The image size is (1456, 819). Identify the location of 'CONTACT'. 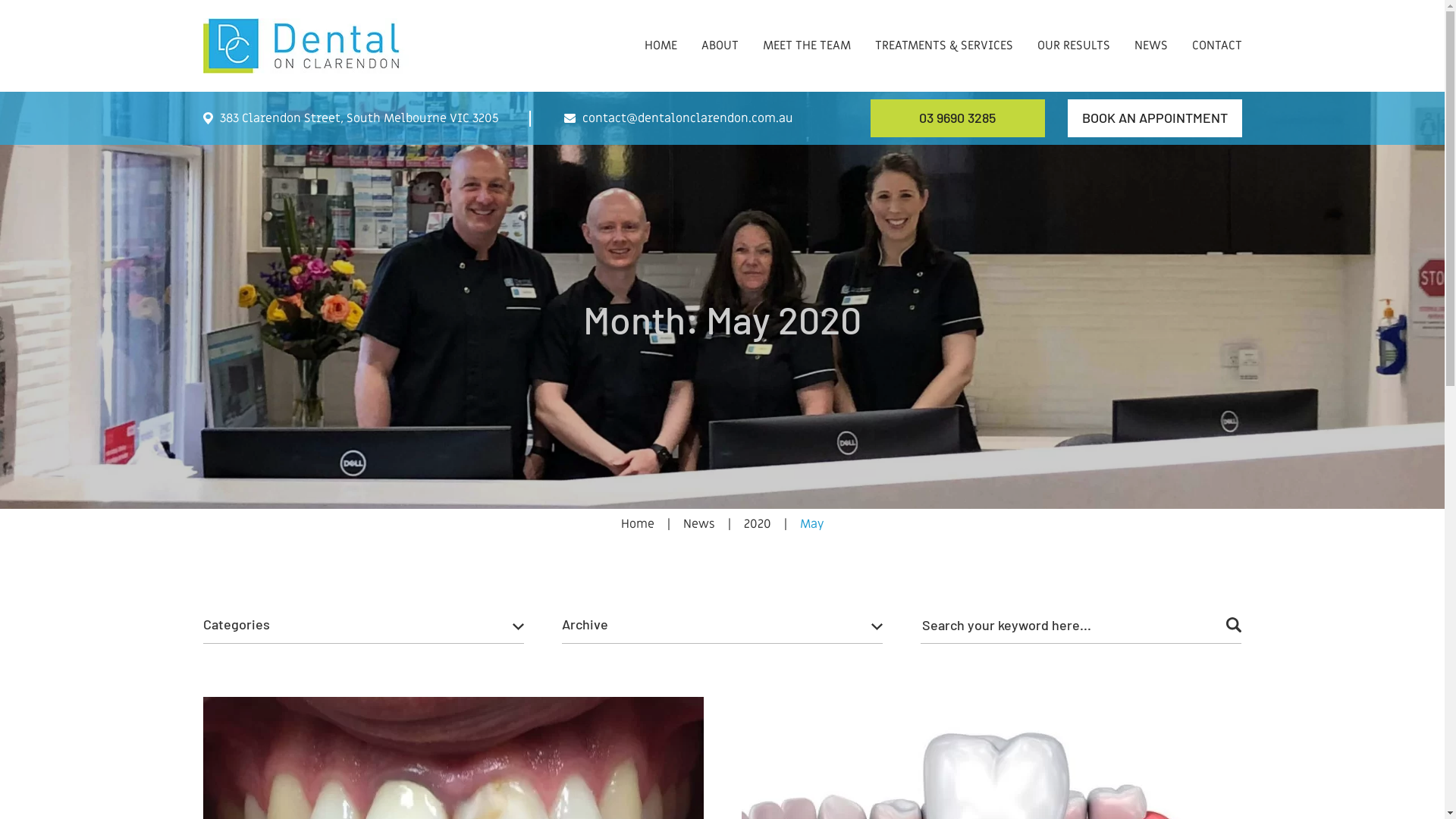
(1216, 30).